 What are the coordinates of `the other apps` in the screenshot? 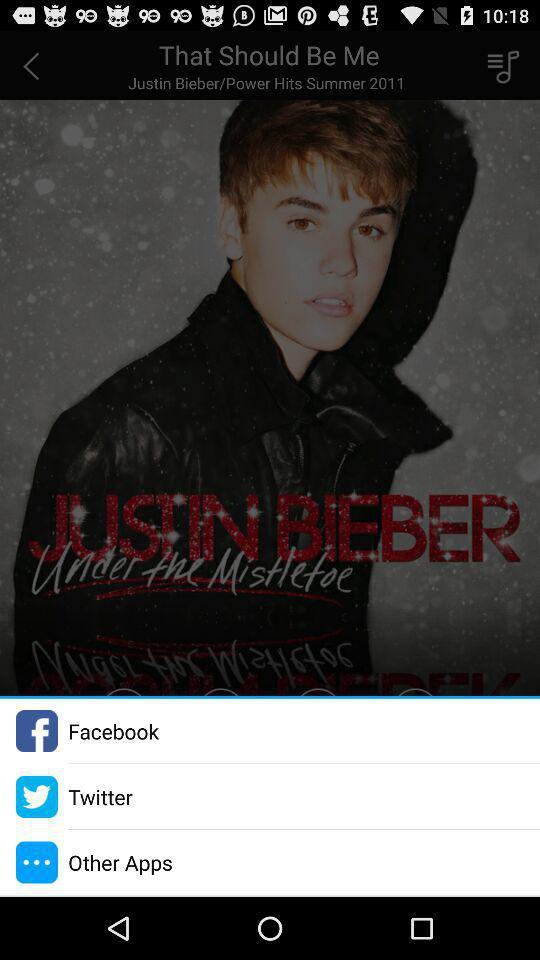 It's located at (120, 861).